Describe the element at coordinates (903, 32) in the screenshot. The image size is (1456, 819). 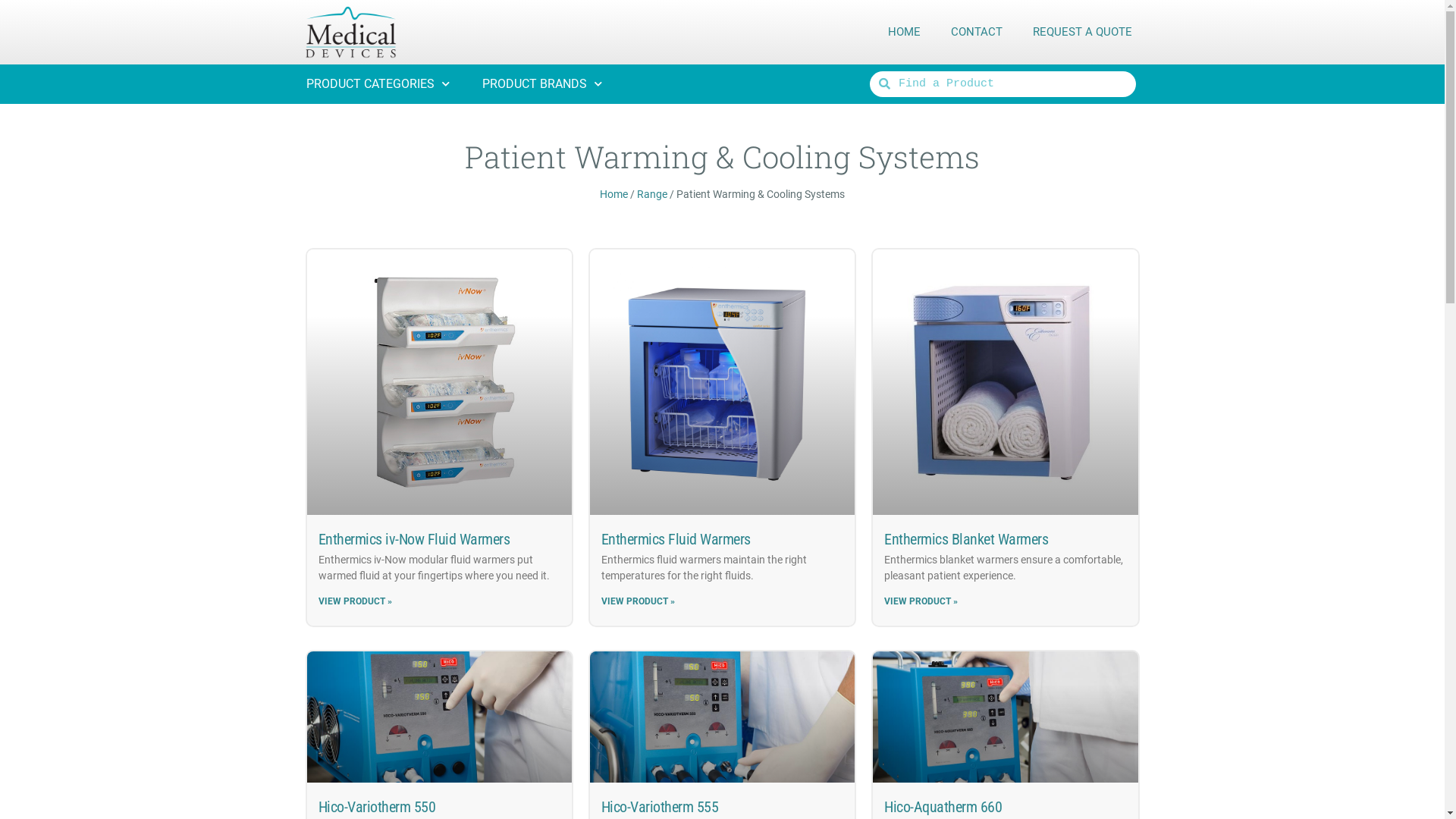
I see `'HOME'` at that location.